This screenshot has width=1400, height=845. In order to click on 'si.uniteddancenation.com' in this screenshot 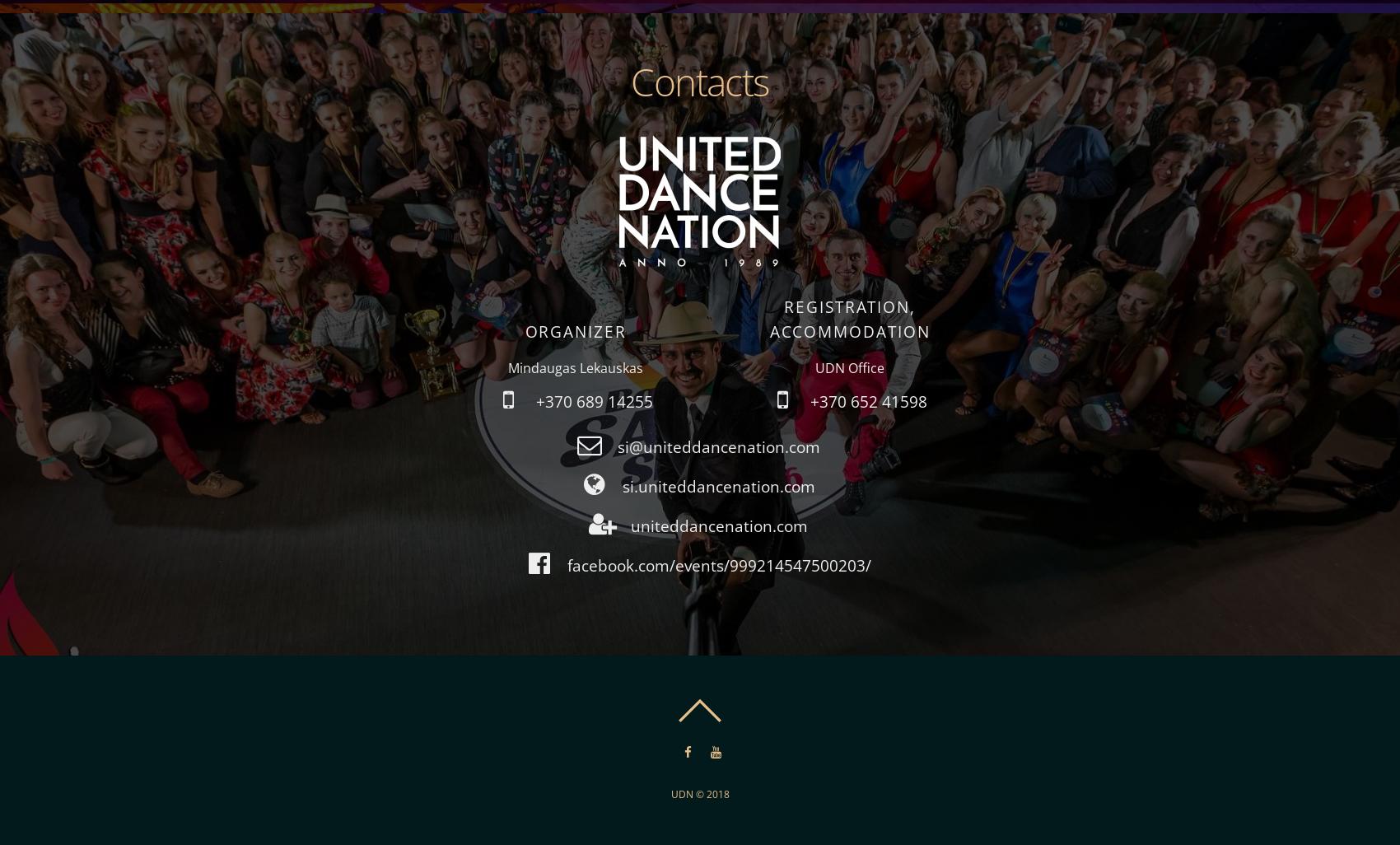, I will do `click(718, 484)`.